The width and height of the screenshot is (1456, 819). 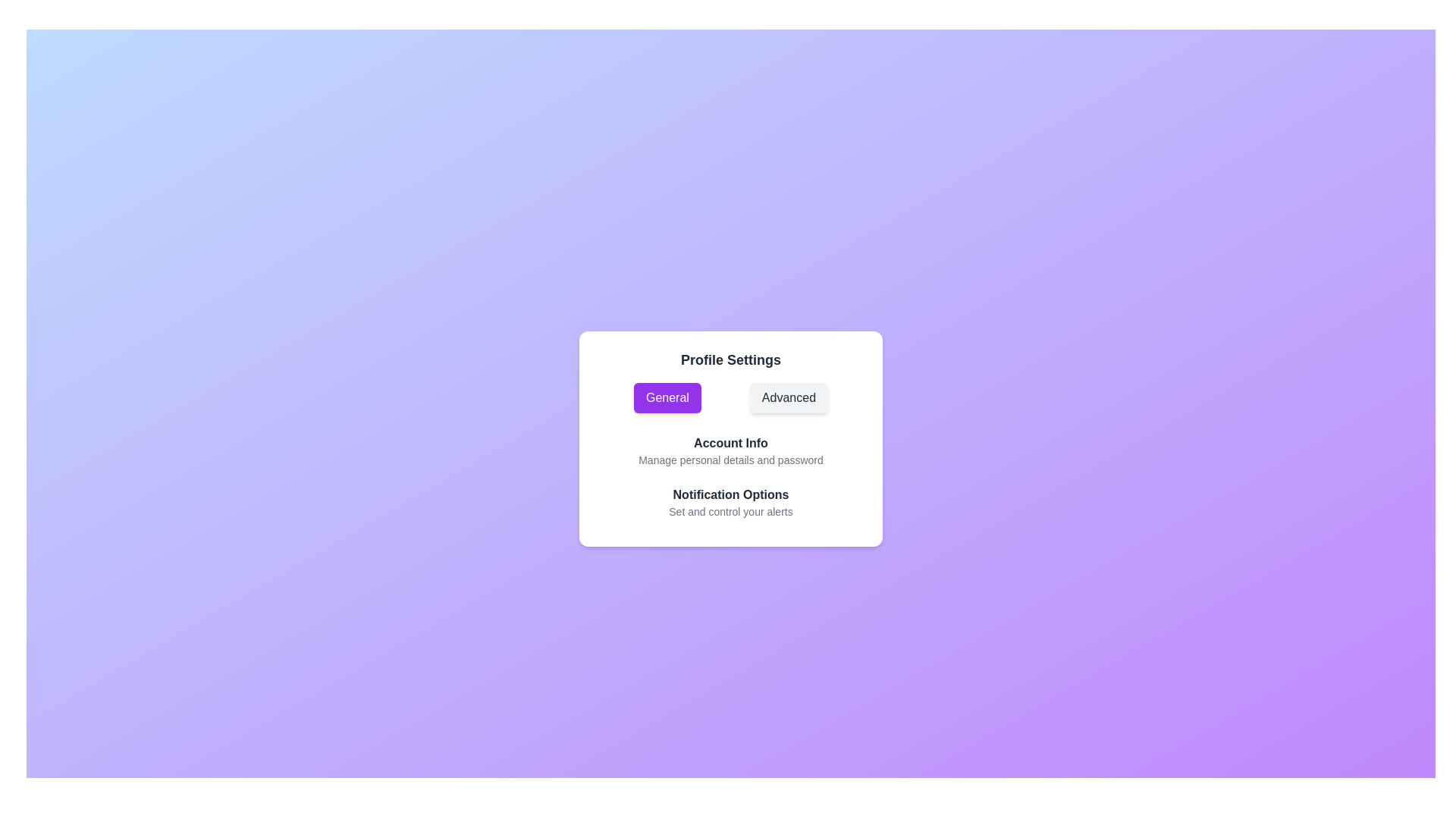 What do you see at coordinates (789, 397) in the screenshot?
I see `the Advanced Button to observe the hover effect` at bounding box center [789, 397].